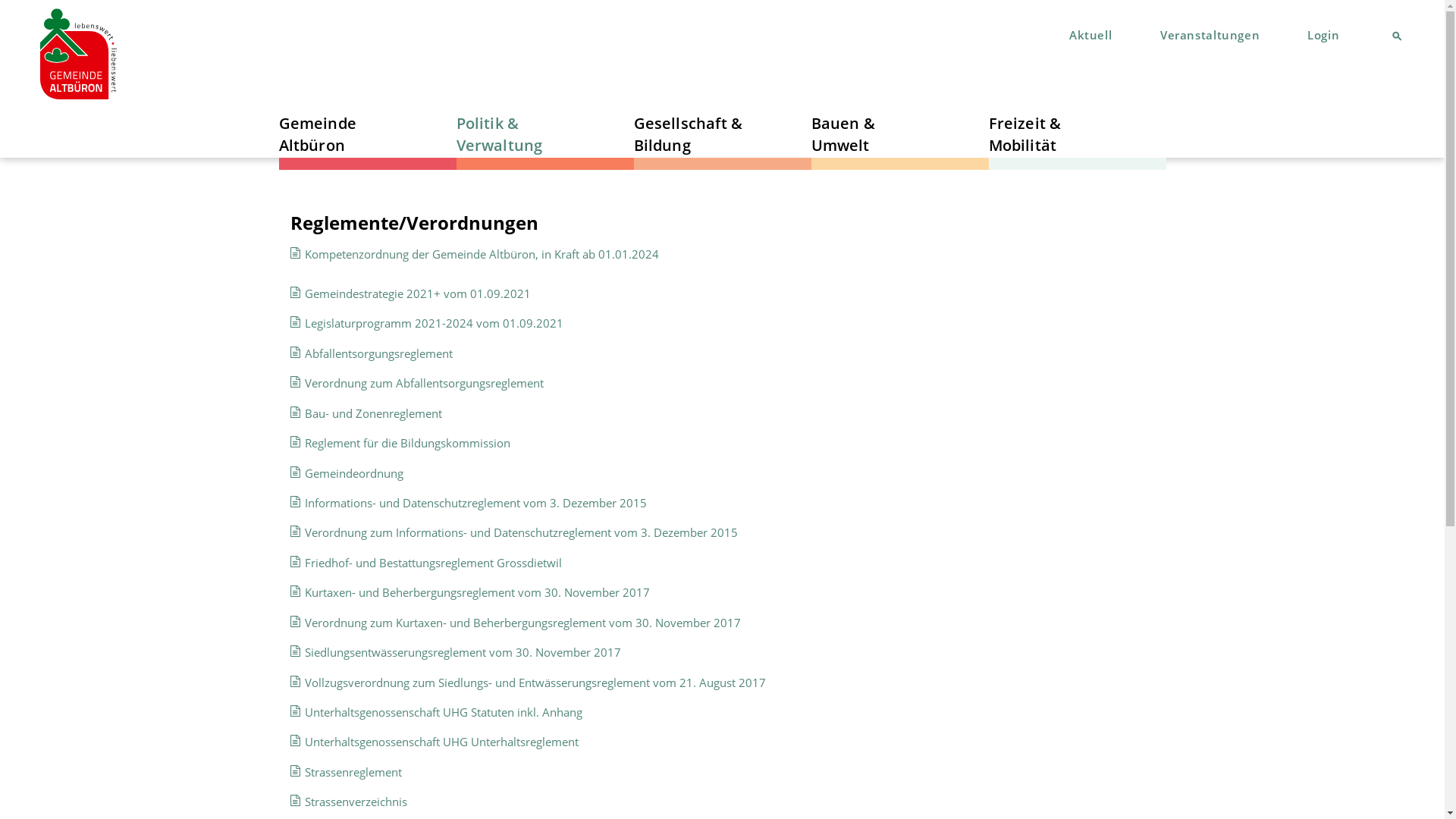 The image size is (1456, 819). Describe the element at coordinates (443, 711) in the screenshot. I see `'Unterhaltsgenossenschaft UHG Statuten inkl. Anhang'` at that location.